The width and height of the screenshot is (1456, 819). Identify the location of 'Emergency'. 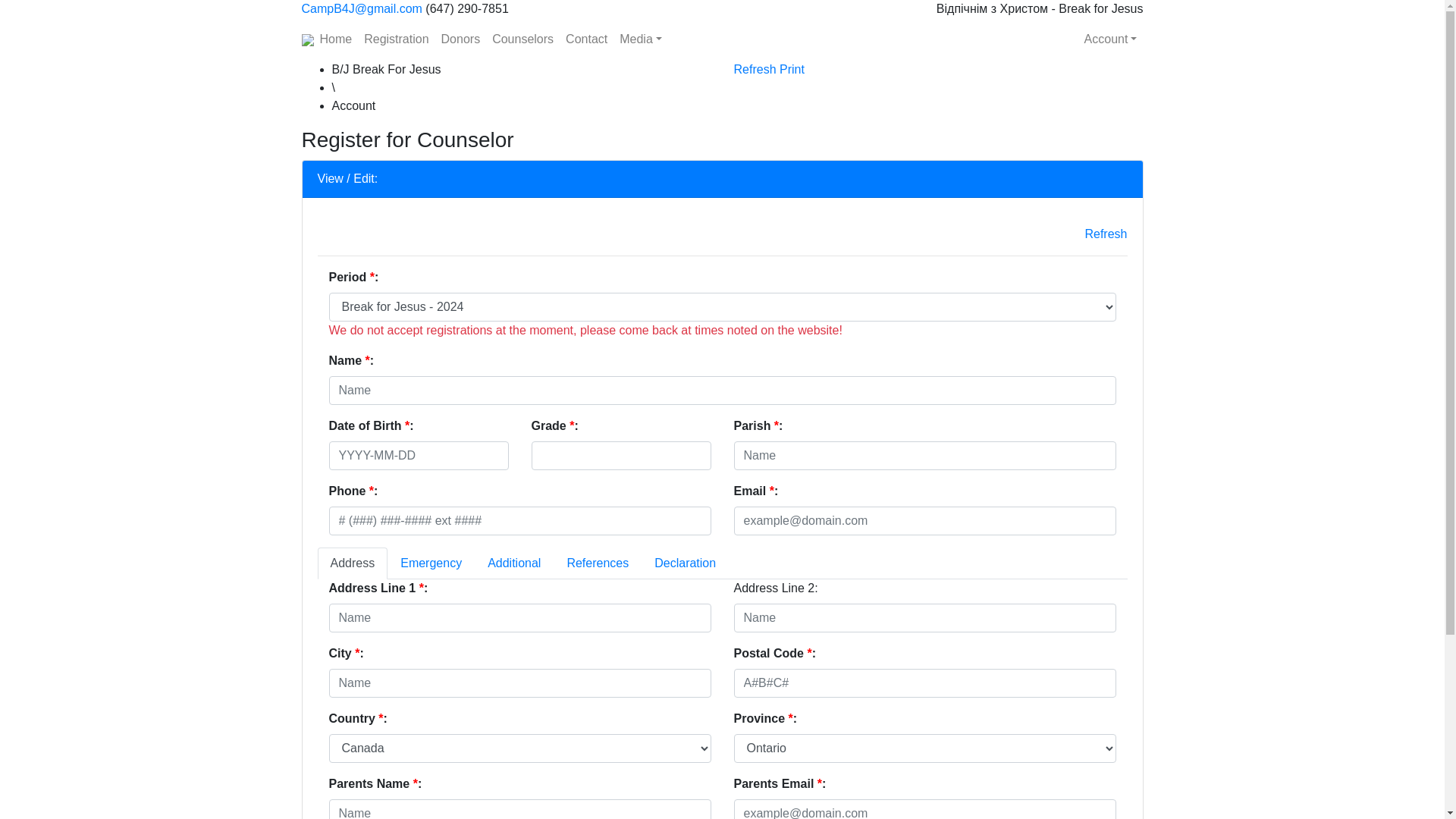
(430, 563).